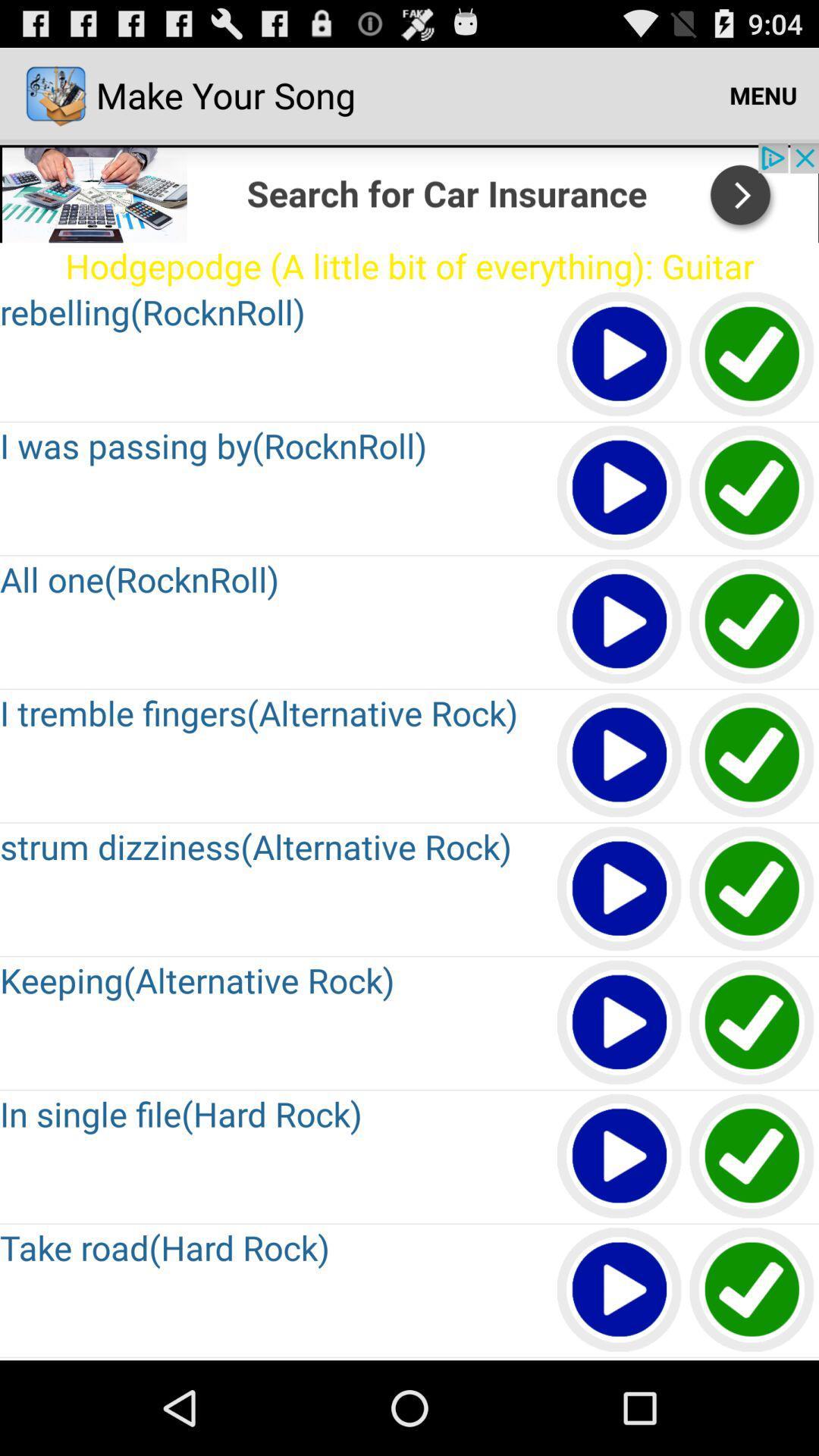  What do you see at coordinates (752, 354) in the screenshot?
I see `tick column` at bounding box center [752, 354].